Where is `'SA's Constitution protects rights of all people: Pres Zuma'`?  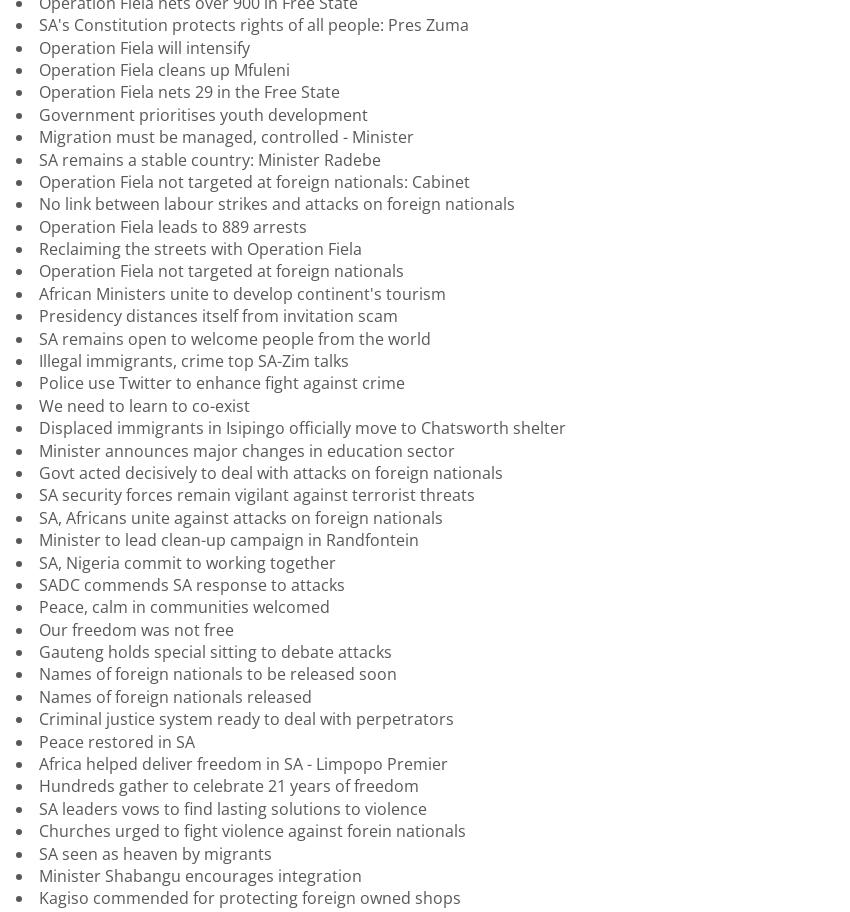 'SA's Constitution protects rights of all people: Pres Zuma' is located at coordinates (253, 24).